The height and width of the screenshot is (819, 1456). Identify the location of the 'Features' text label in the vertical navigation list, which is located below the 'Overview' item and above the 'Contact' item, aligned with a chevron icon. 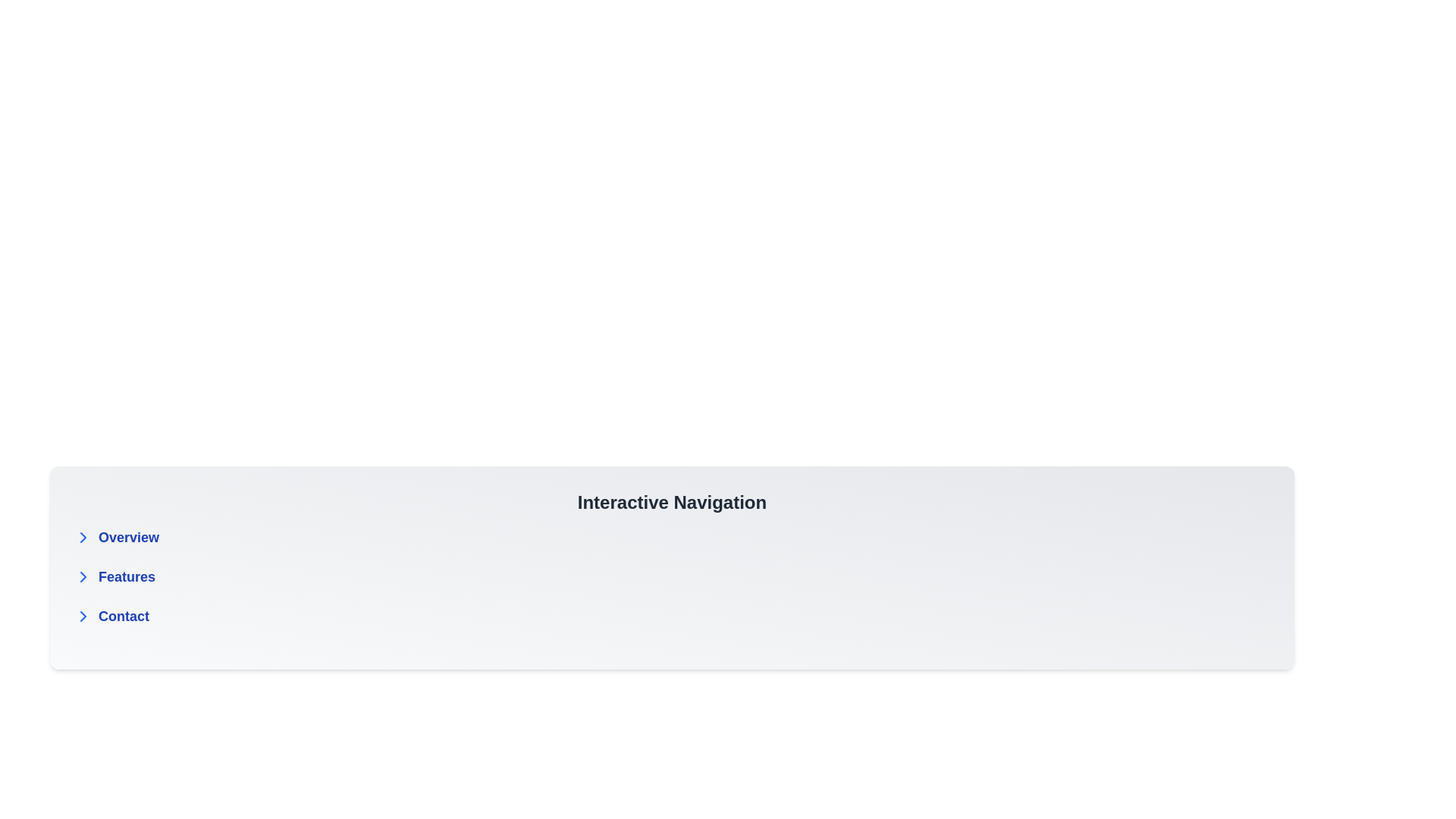
(127, 576).